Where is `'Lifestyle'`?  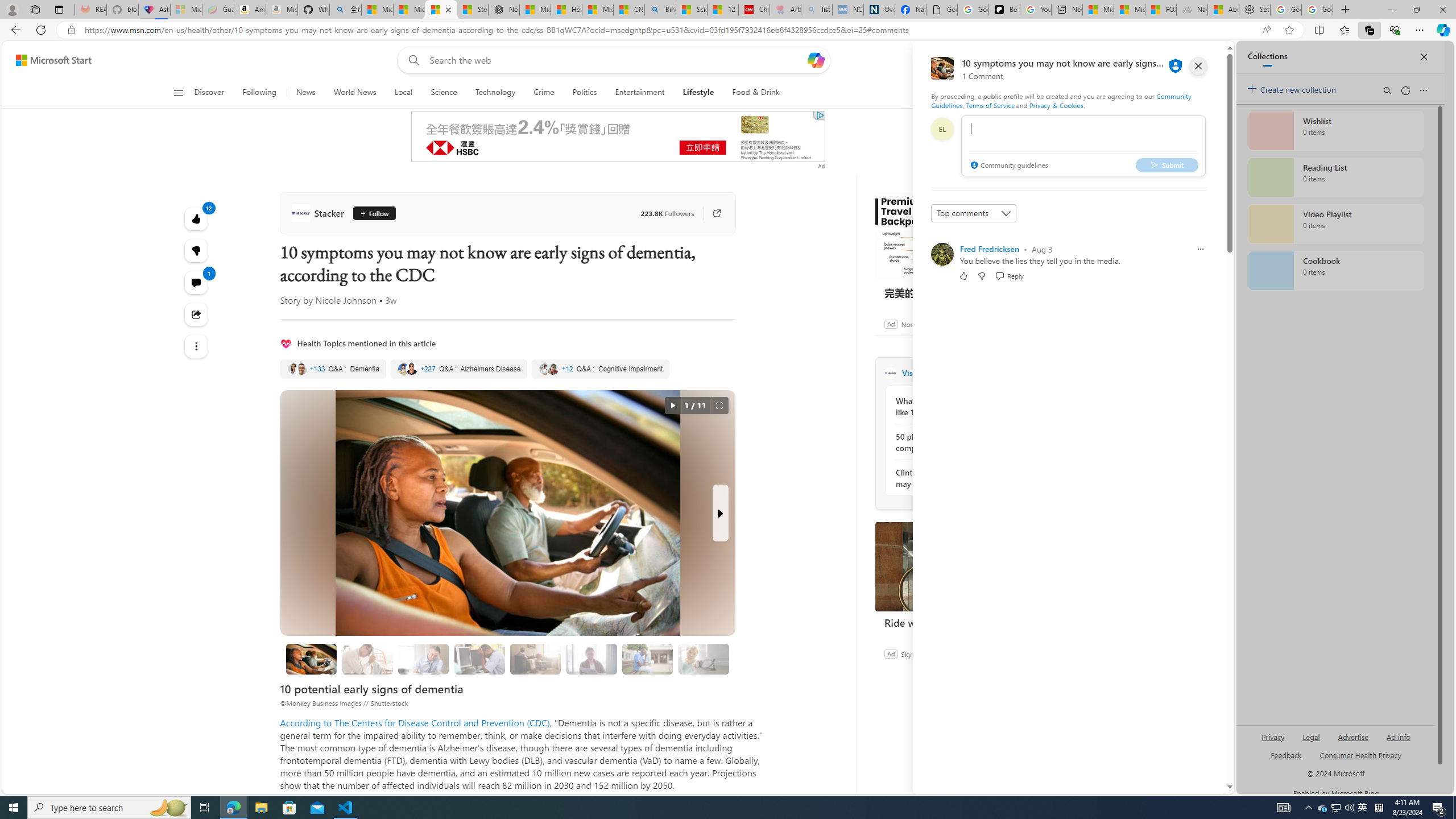
'Lifestyle' is located at coordinates (698, 92).